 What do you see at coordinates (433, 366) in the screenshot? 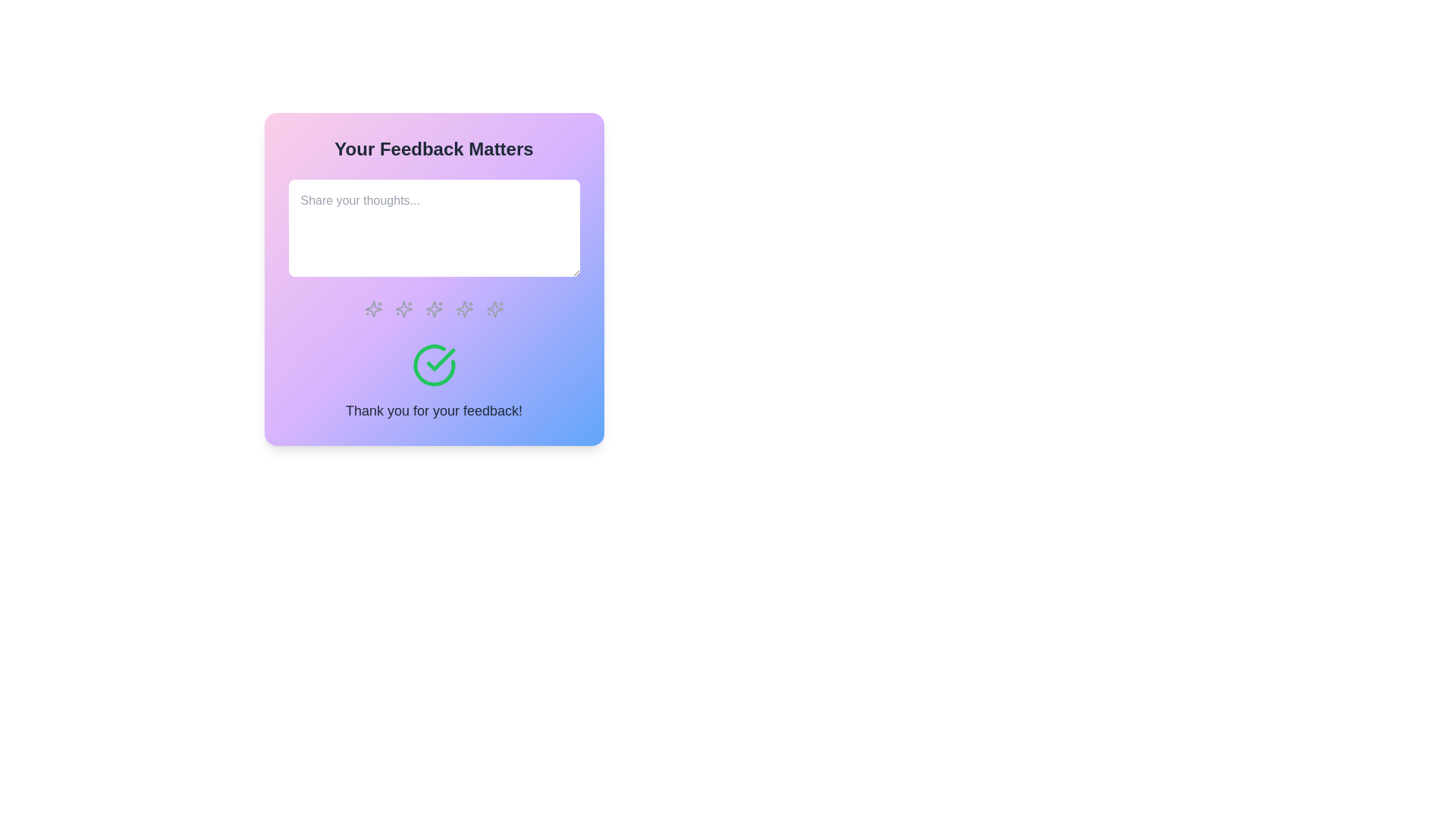
I see `the success status represented by the visual indicator icon located in the feedback form section, which is positioned above the 'Thank you for your feedback!' text and below the star icons` at bounding box center [433, 366].